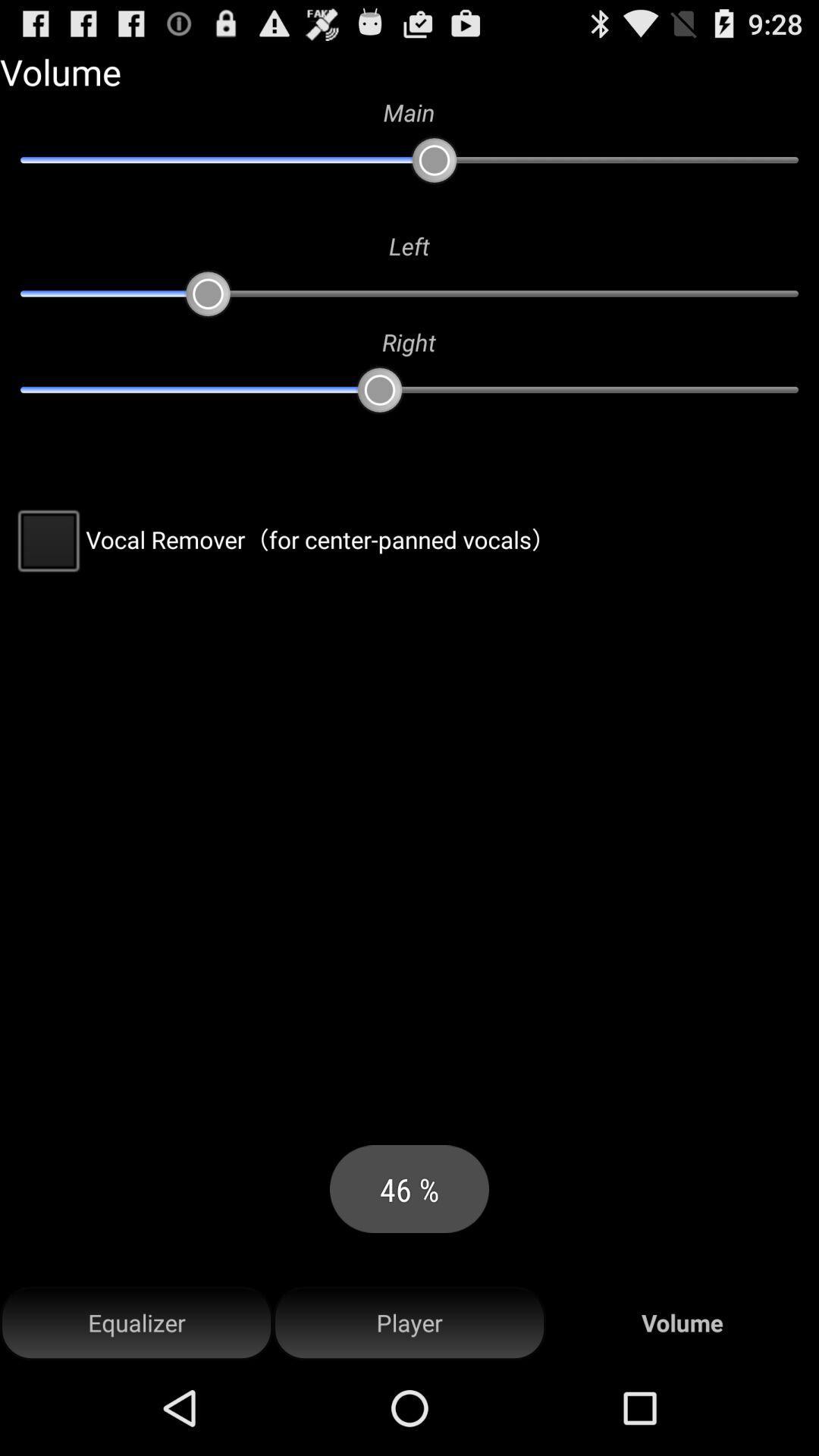  What do you see at coordinates (409, 1323) in the screenshot?
I see `item to the left of volume` at bounding box center [409, 1323].